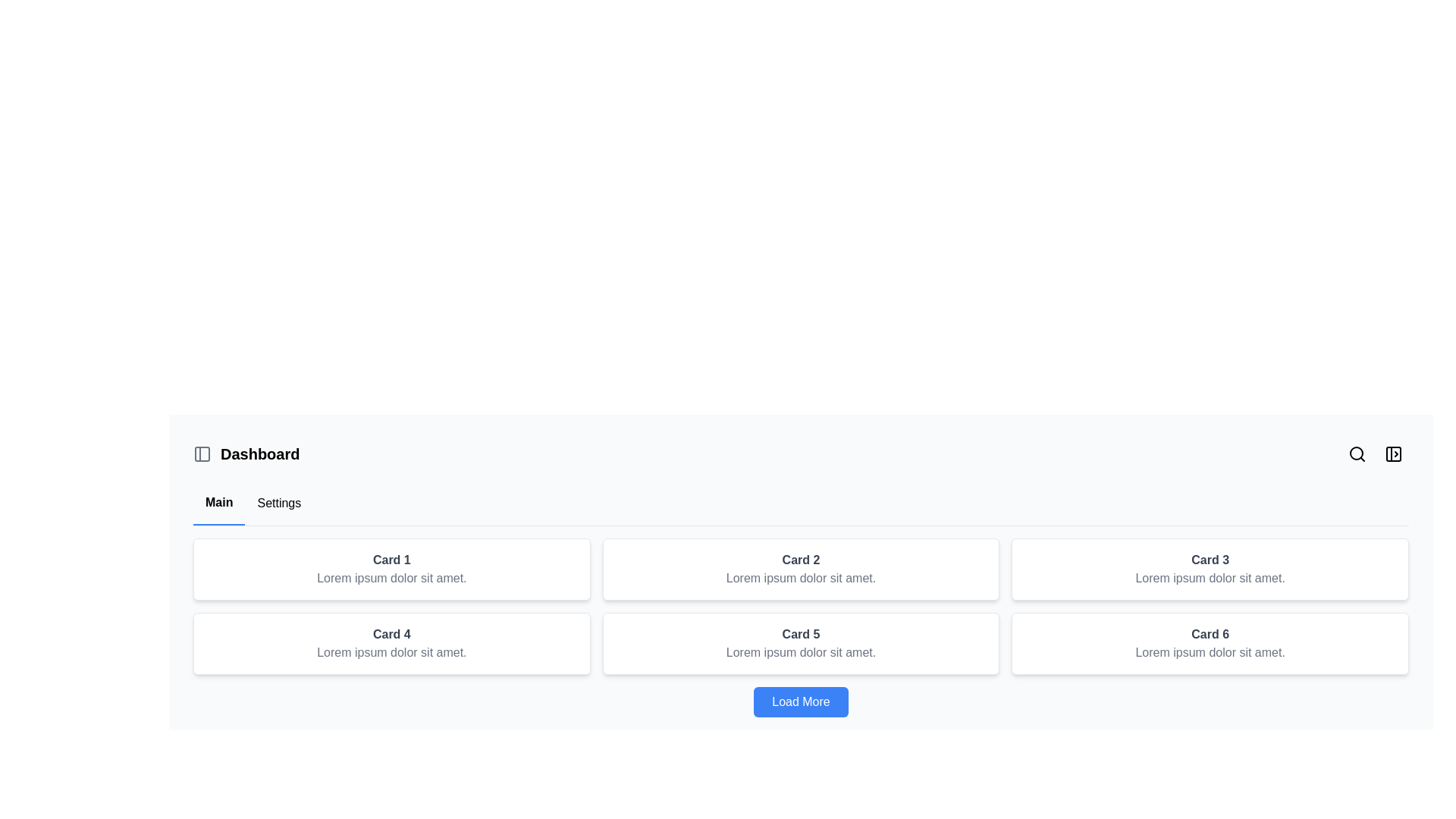  What do you see at coordinates (391, 560) in the screenshot?
I see `the text label that serves as the title for the first card in the two-row grid layout, positioned at the top-center of the interface` at bounding box center [391, 560].